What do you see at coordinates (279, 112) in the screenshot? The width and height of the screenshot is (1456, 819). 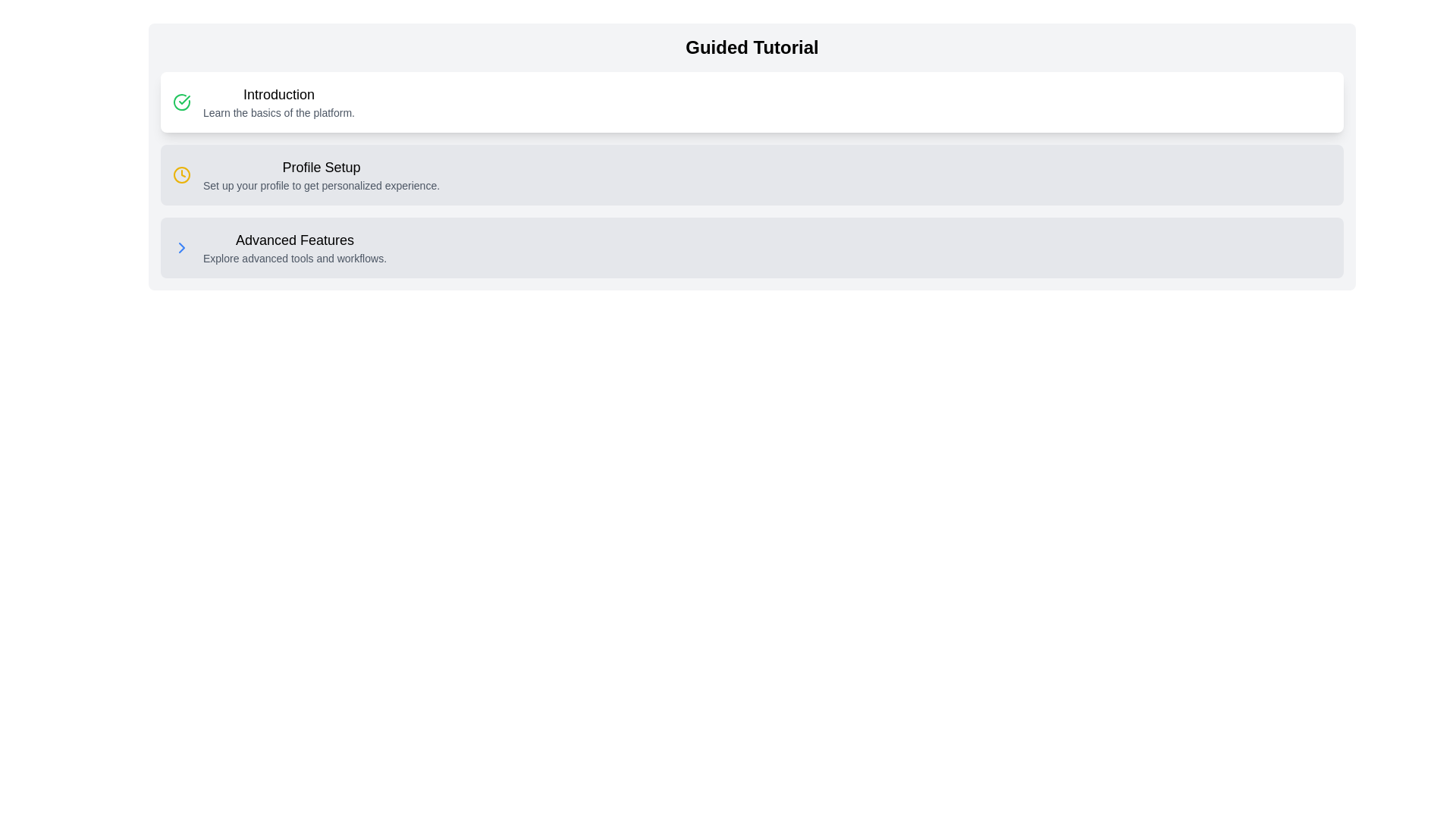 I see `the text element styled in a smaller, gray font that reads 'Learn the basics of the platform.' located beneath the 'Introduction' heading in the 'Guided Tutorial' section` at bounding box center [279, 112].